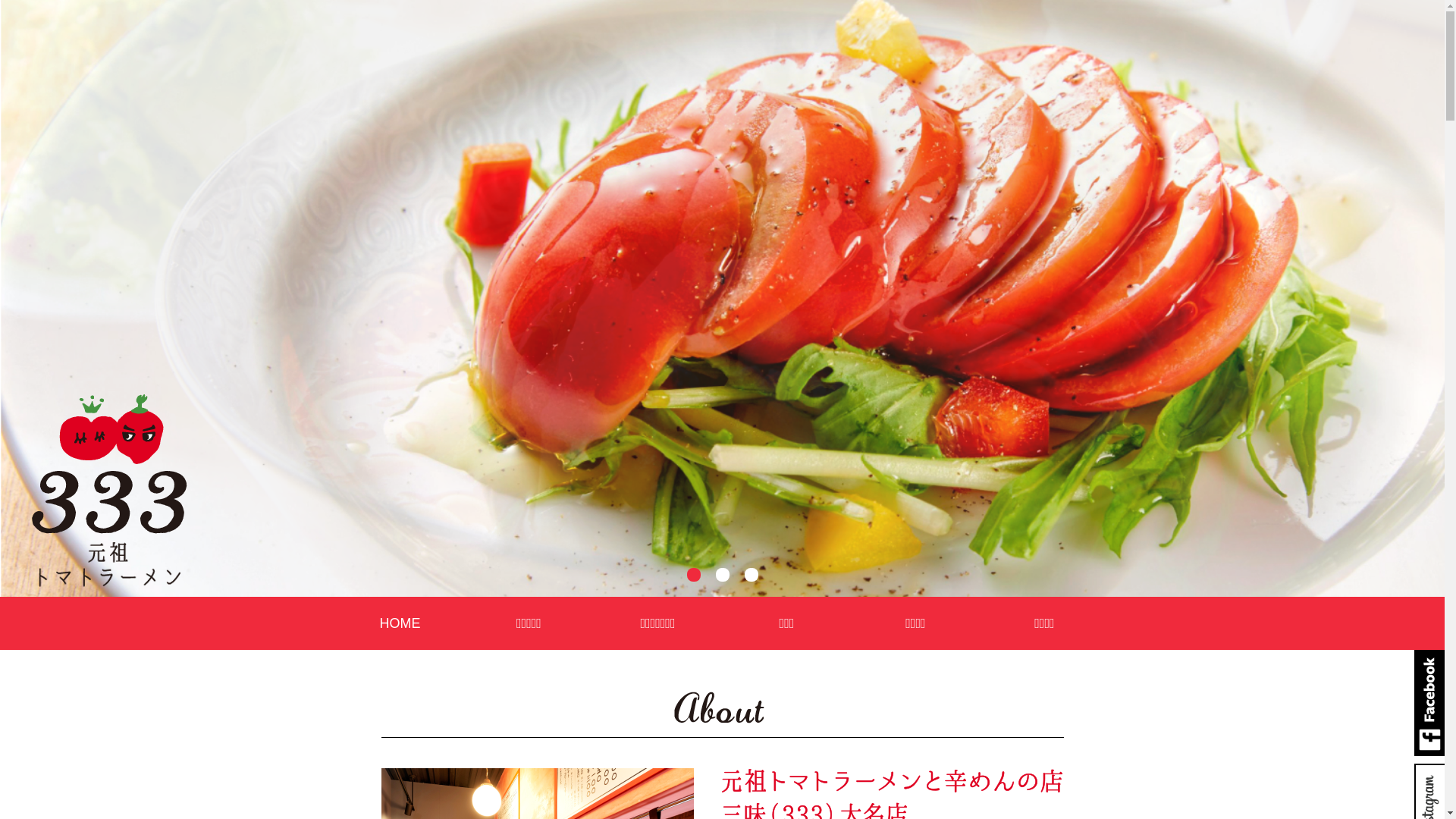 The width and height of the screenshot is (1456, 819). What do you see at coordinates (400, 623) in the screenshot?
I see `'HOME'` at bounding box center [400, 623].